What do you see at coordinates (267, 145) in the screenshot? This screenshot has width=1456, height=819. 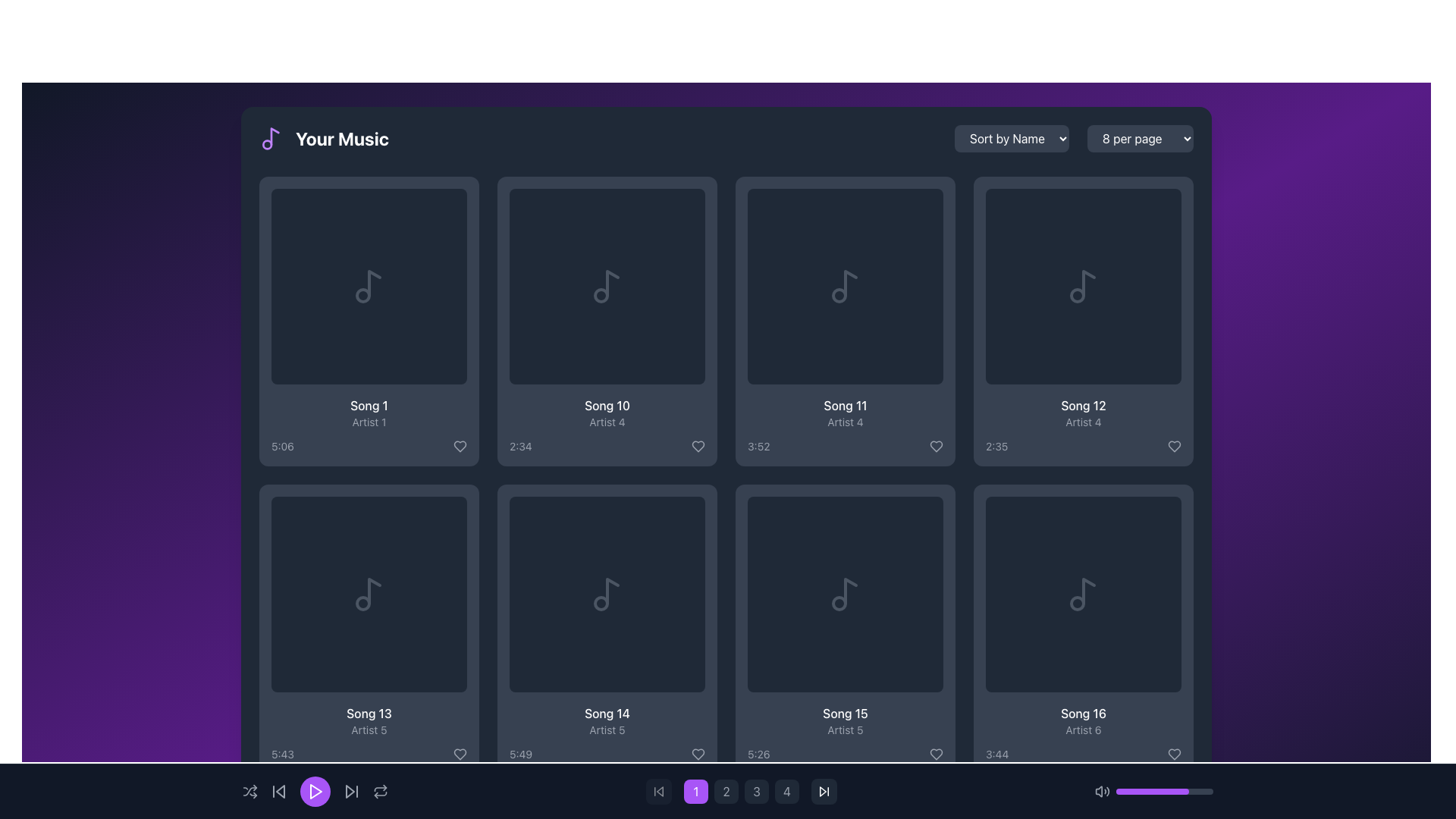 I see `the circular icon within the SVG graphic that is part of a music note illustration, located near the top-left corner of the page, adjacent to the 'Your Music' header text` at bounding box center [267, 145].